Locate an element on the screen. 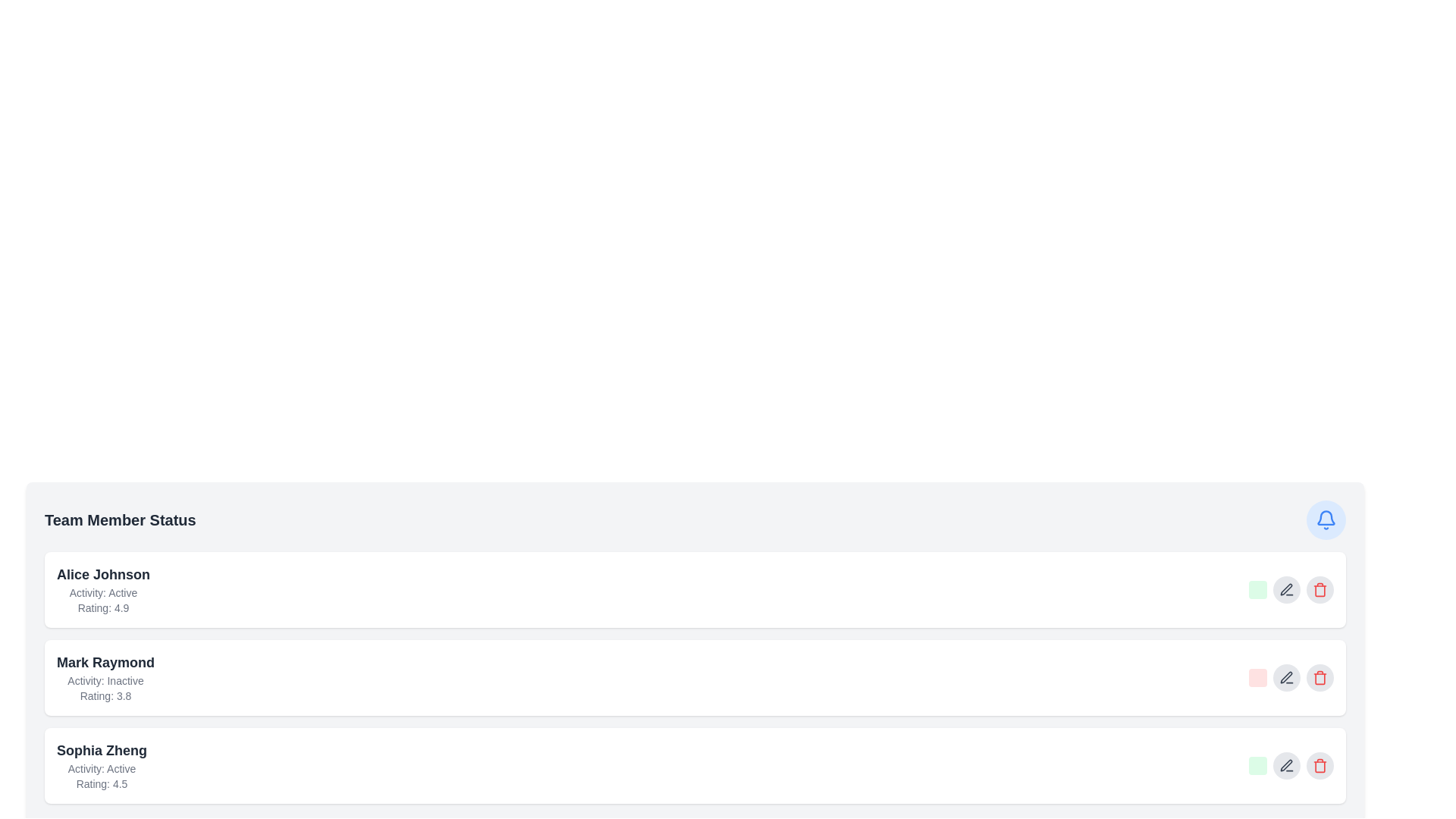  the red square badge with rounded edges that indicates 'Inactive' status, located in the row of status-related features for a team member is located at coordinates (1258, 677).